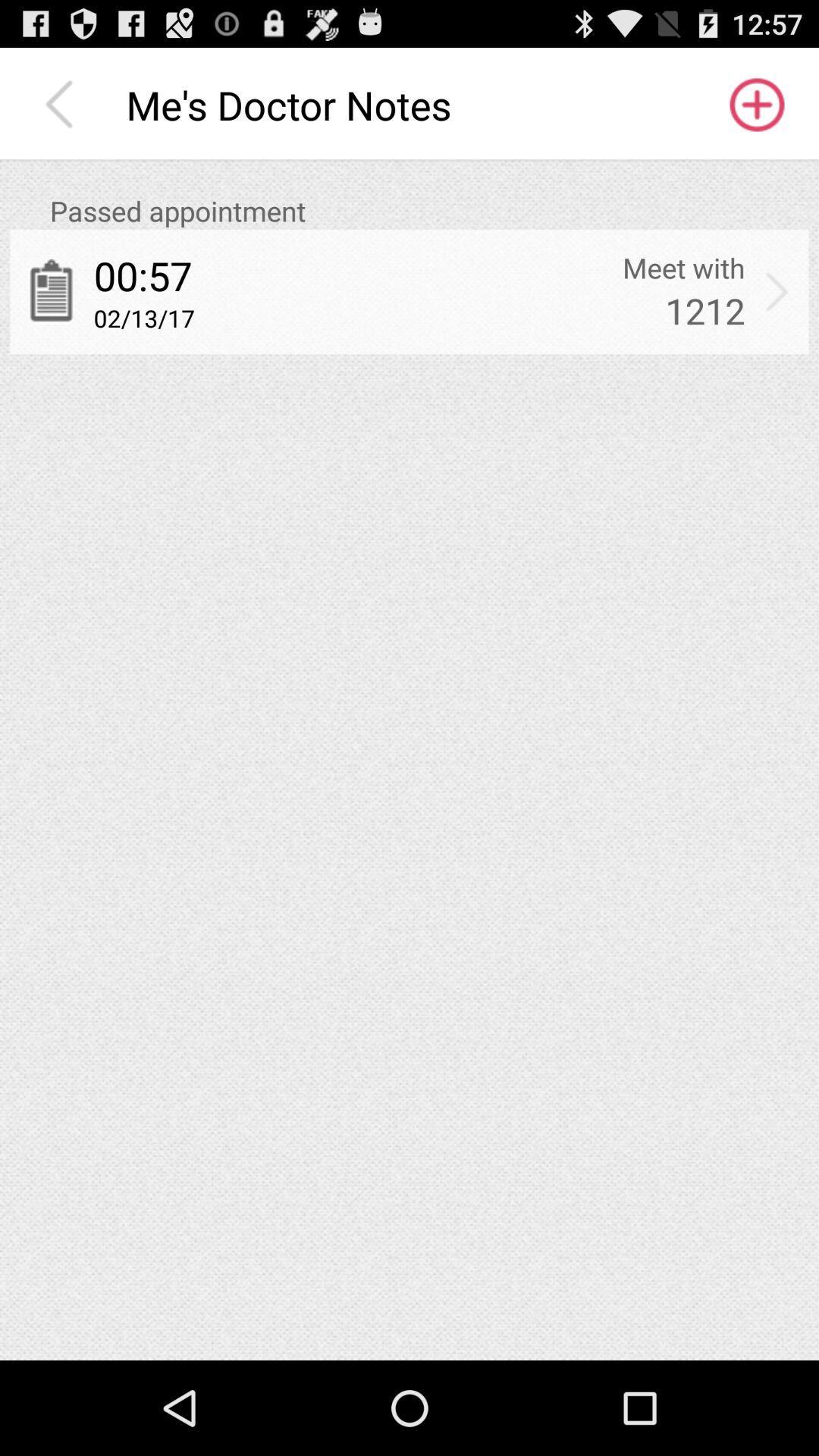  What do you see at coordinates (143, 275) in the screenshot?
I see `the app to the left of meet with app` at bounding box center [143, 275].